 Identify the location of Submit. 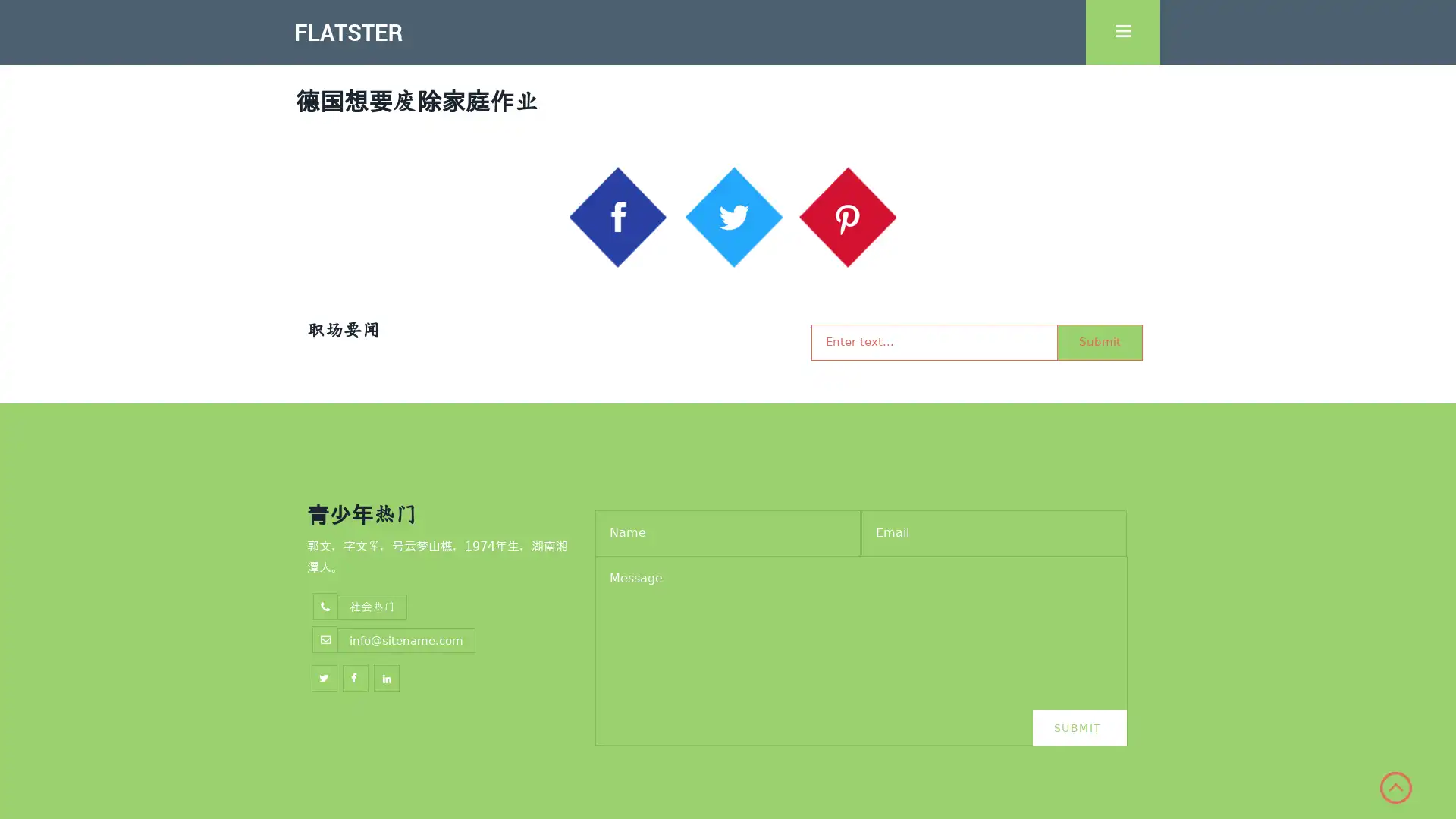
(1093, 342).